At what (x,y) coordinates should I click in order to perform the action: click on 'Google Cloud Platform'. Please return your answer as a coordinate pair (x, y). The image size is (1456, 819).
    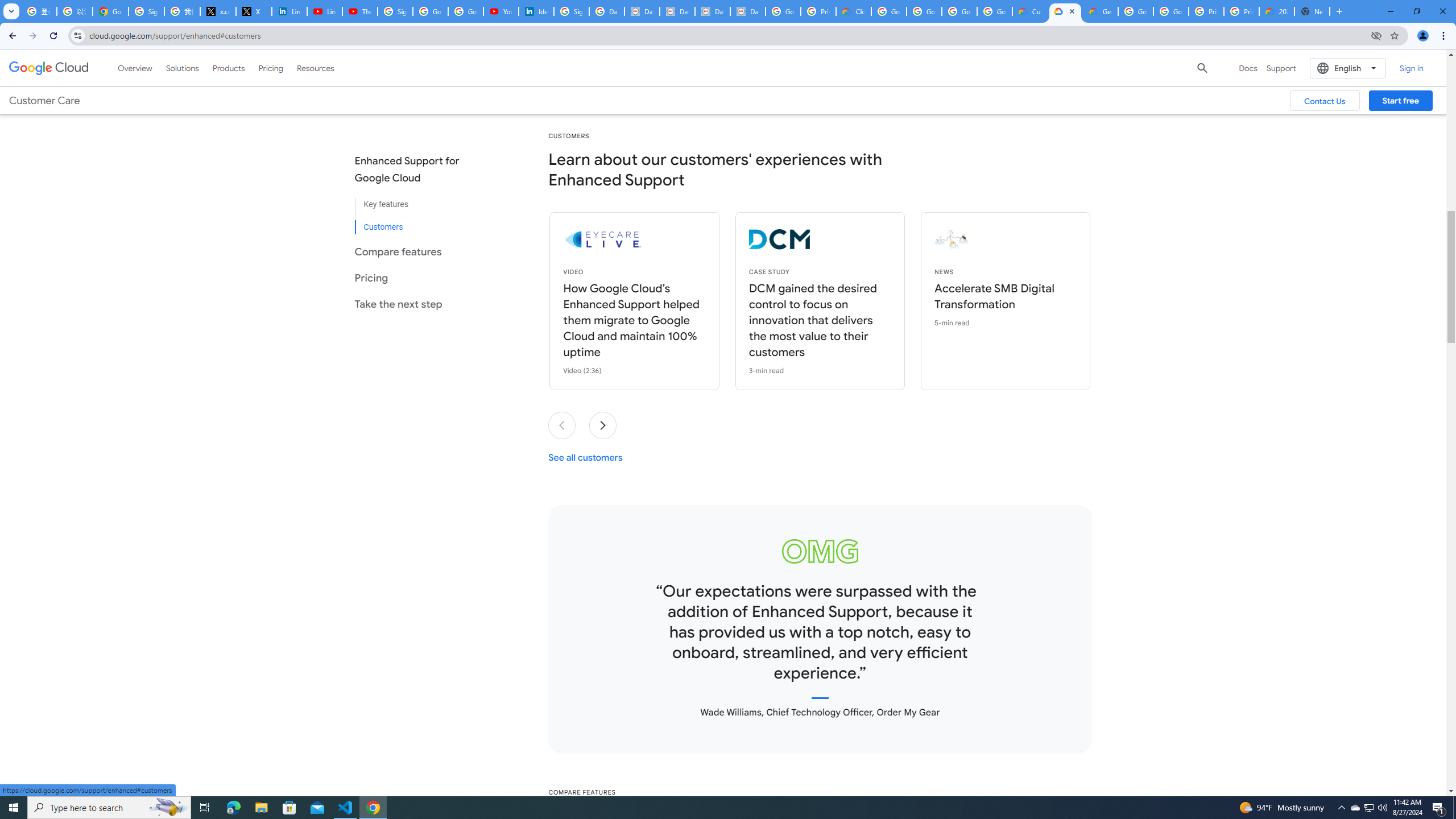
    Looking at the image, I should click on (1135, 11).